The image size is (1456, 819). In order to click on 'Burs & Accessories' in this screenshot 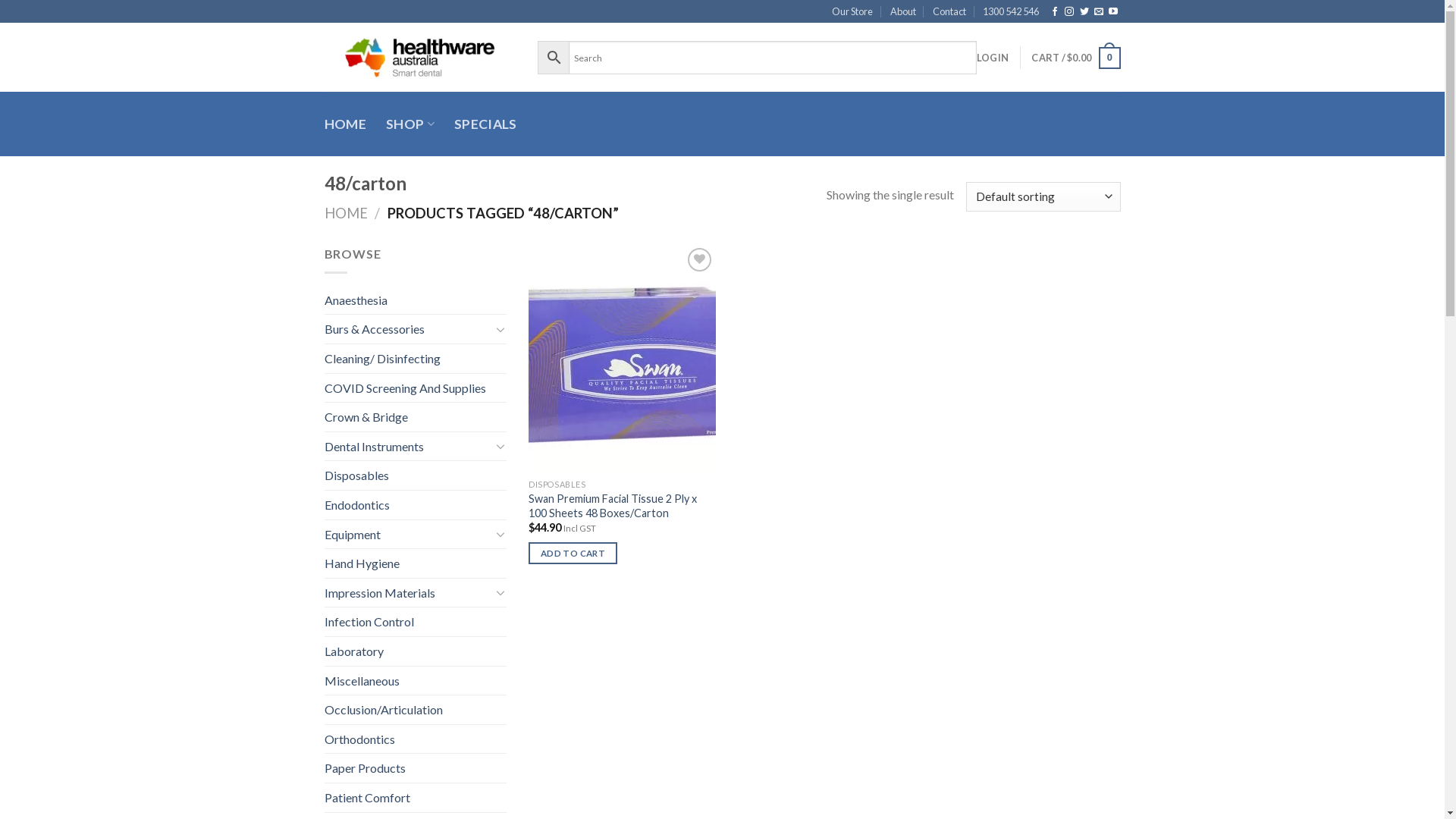, I will do `click(323, 328)`.